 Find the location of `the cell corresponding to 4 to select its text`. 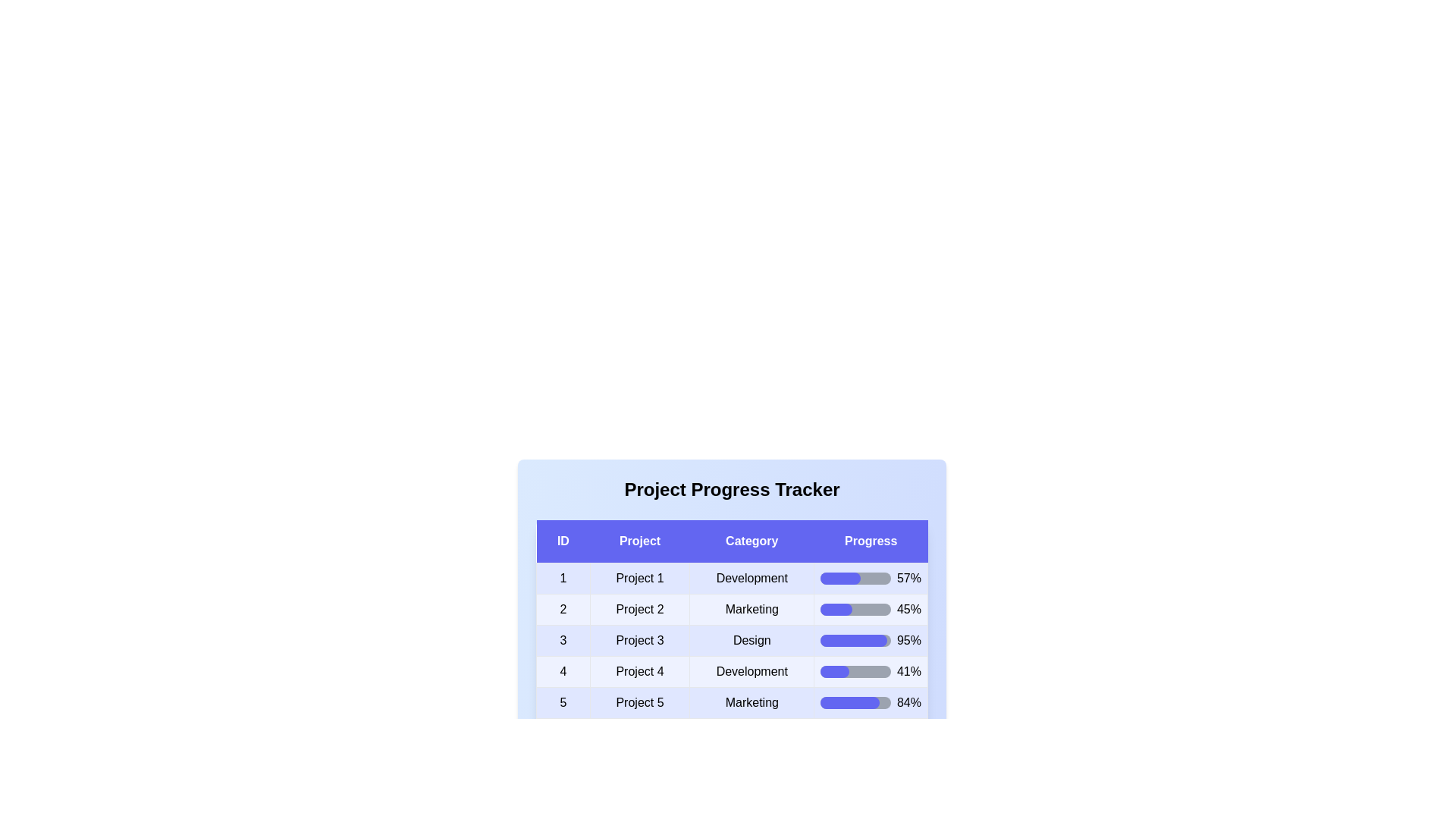

the cell corresponding to 4 to select its text is located at coordinates (562, 671).